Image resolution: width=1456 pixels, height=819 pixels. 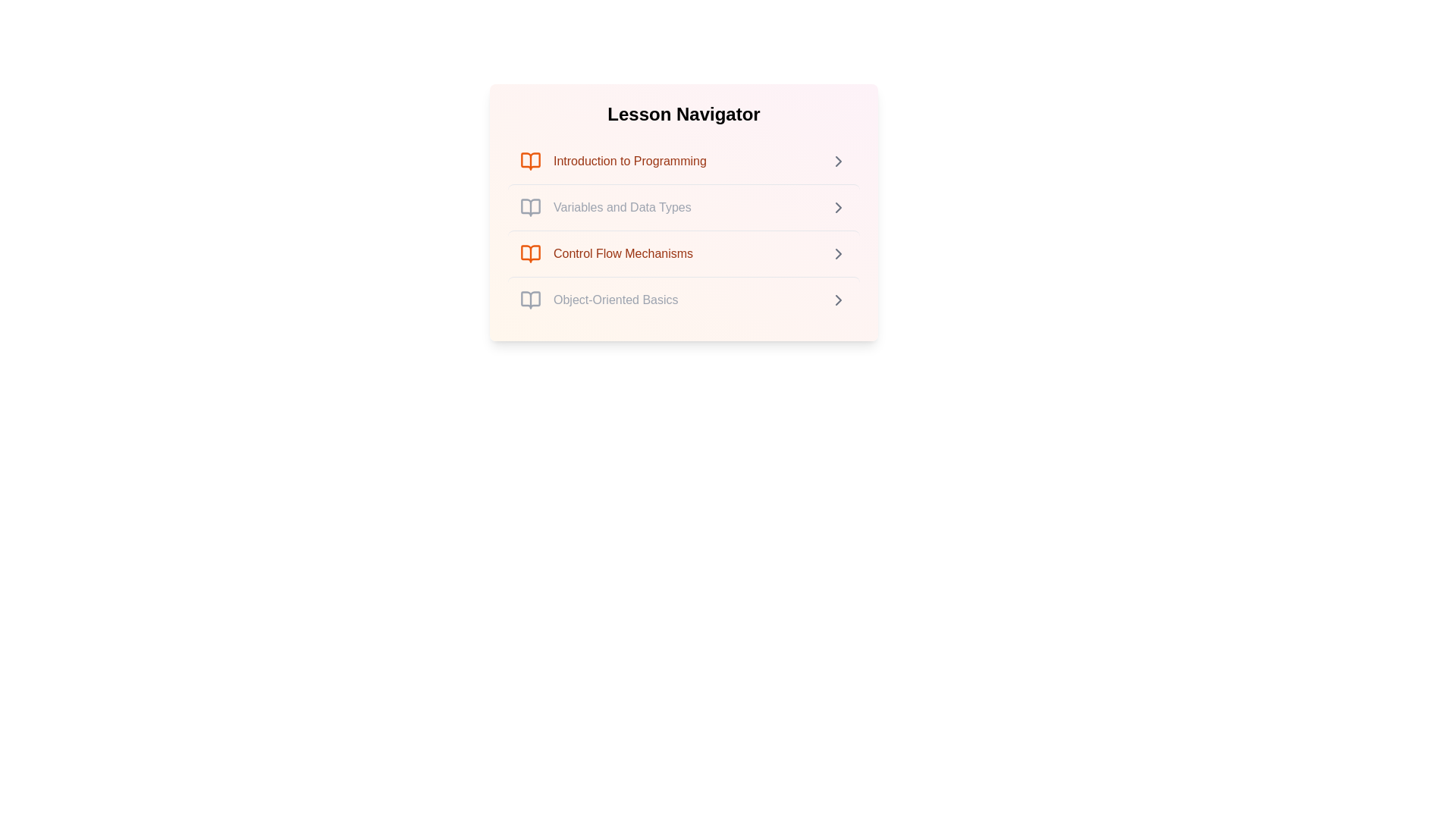 I want to click on the icon representing the lesson titled 'Object-Oriented Basics', so click(x=531, y=300).